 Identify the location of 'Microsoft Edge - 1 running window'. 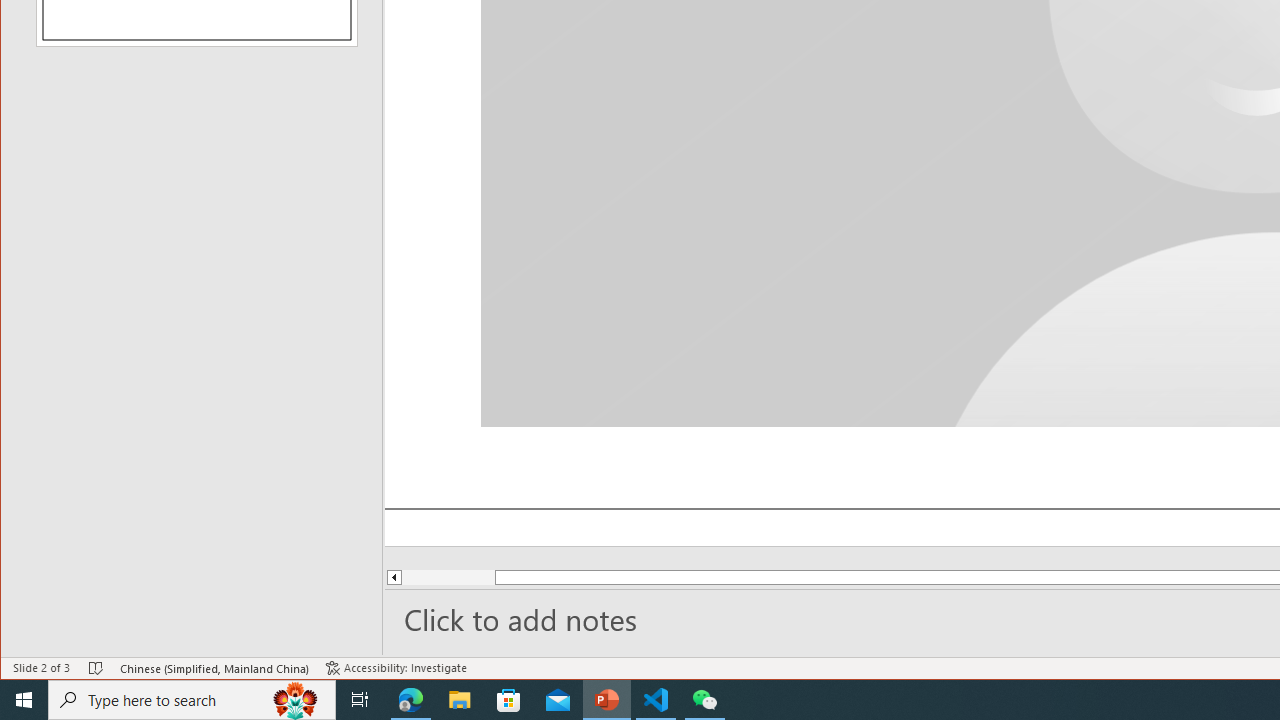
(410, 698).